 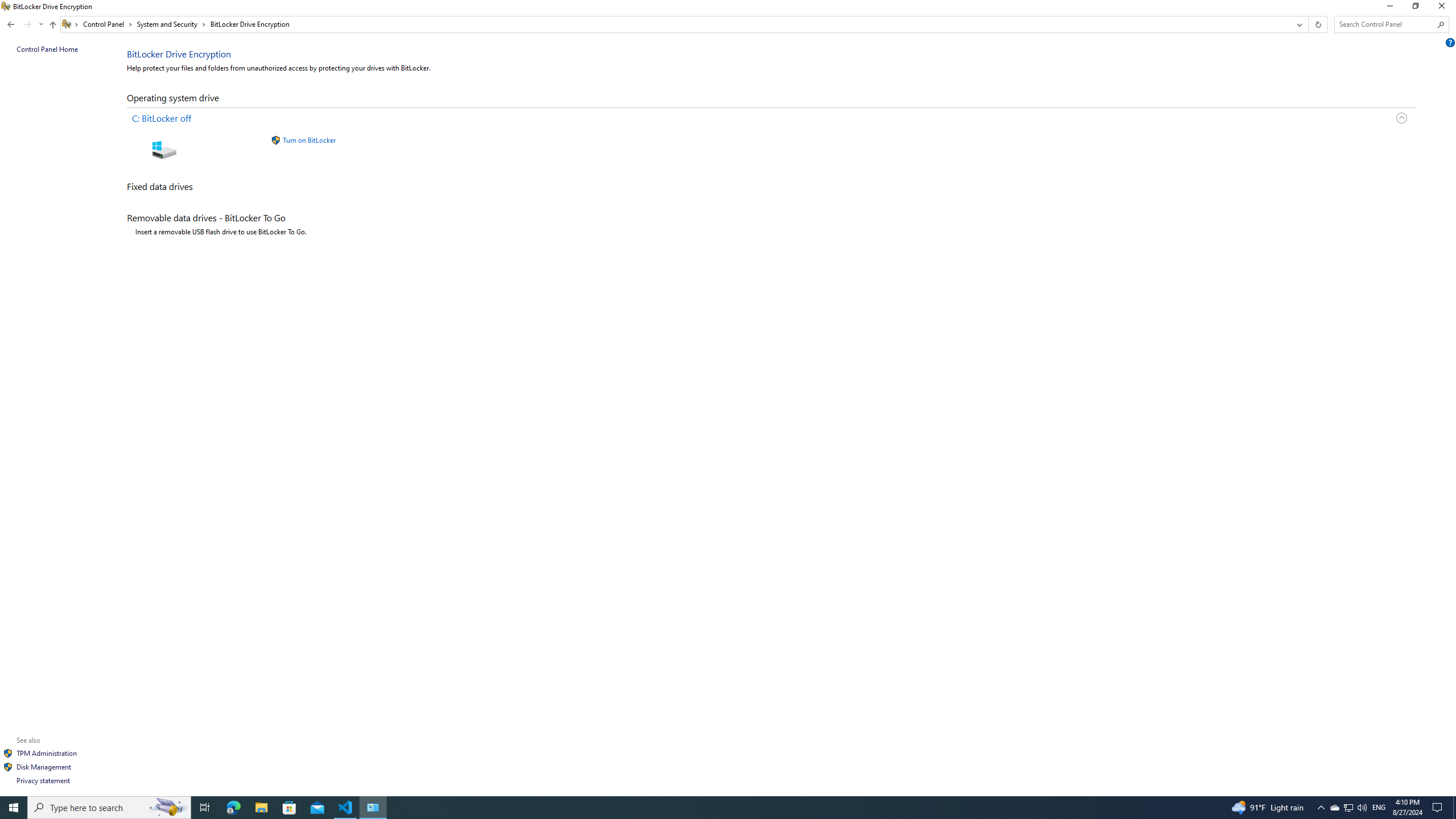 What do you see at coordinates (1321, 806) in the screenshot?
I see `'Notification Chevron'` at bounding box center [1321, 806].